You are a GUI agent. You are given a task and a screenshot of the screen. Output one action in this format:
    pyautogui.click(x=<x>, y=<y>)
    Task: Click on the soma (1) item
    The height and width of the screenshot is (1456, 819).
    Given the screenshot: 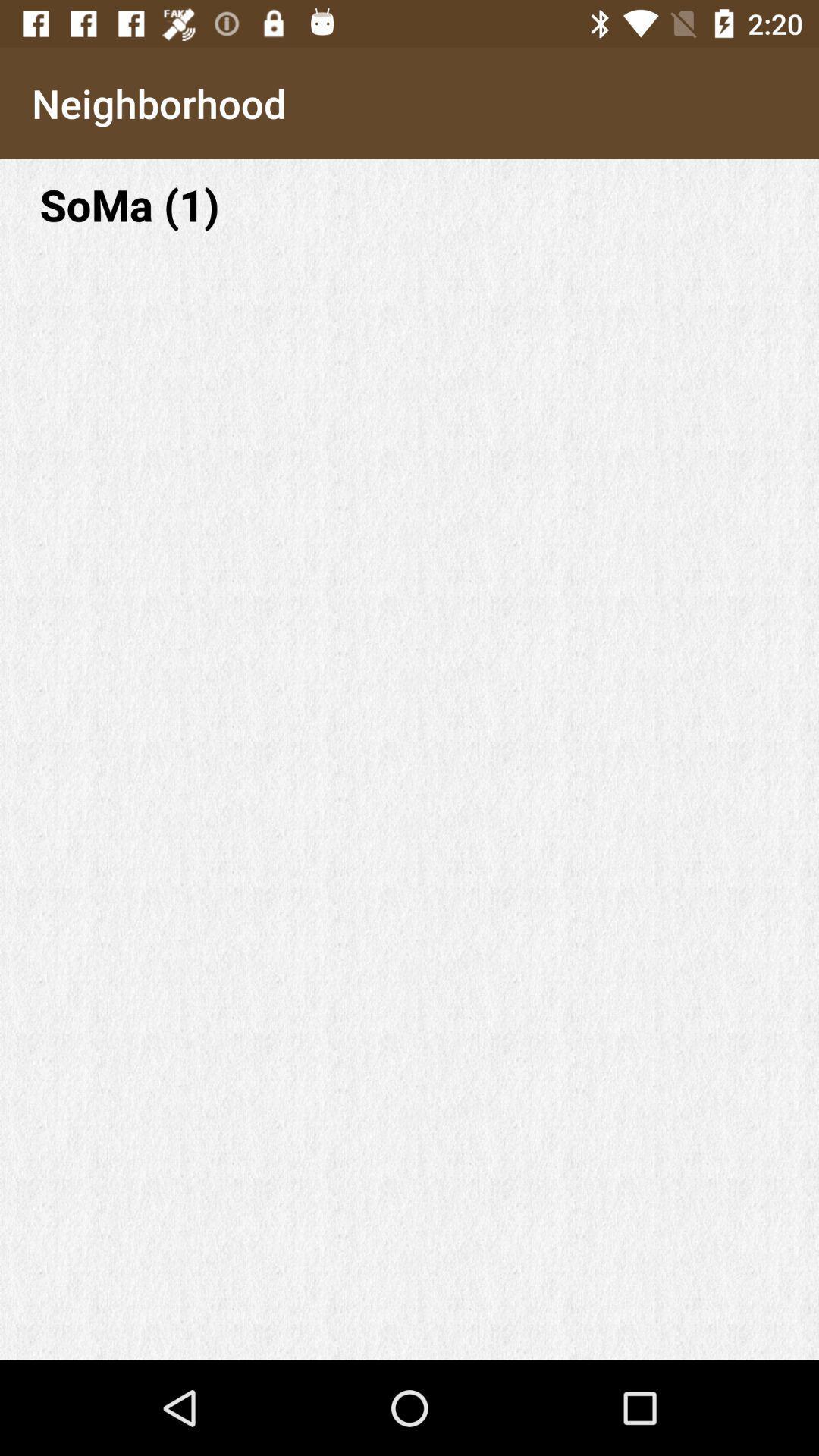 What is the action you would take?
    pyautogui.click(x=409, y=203)
    